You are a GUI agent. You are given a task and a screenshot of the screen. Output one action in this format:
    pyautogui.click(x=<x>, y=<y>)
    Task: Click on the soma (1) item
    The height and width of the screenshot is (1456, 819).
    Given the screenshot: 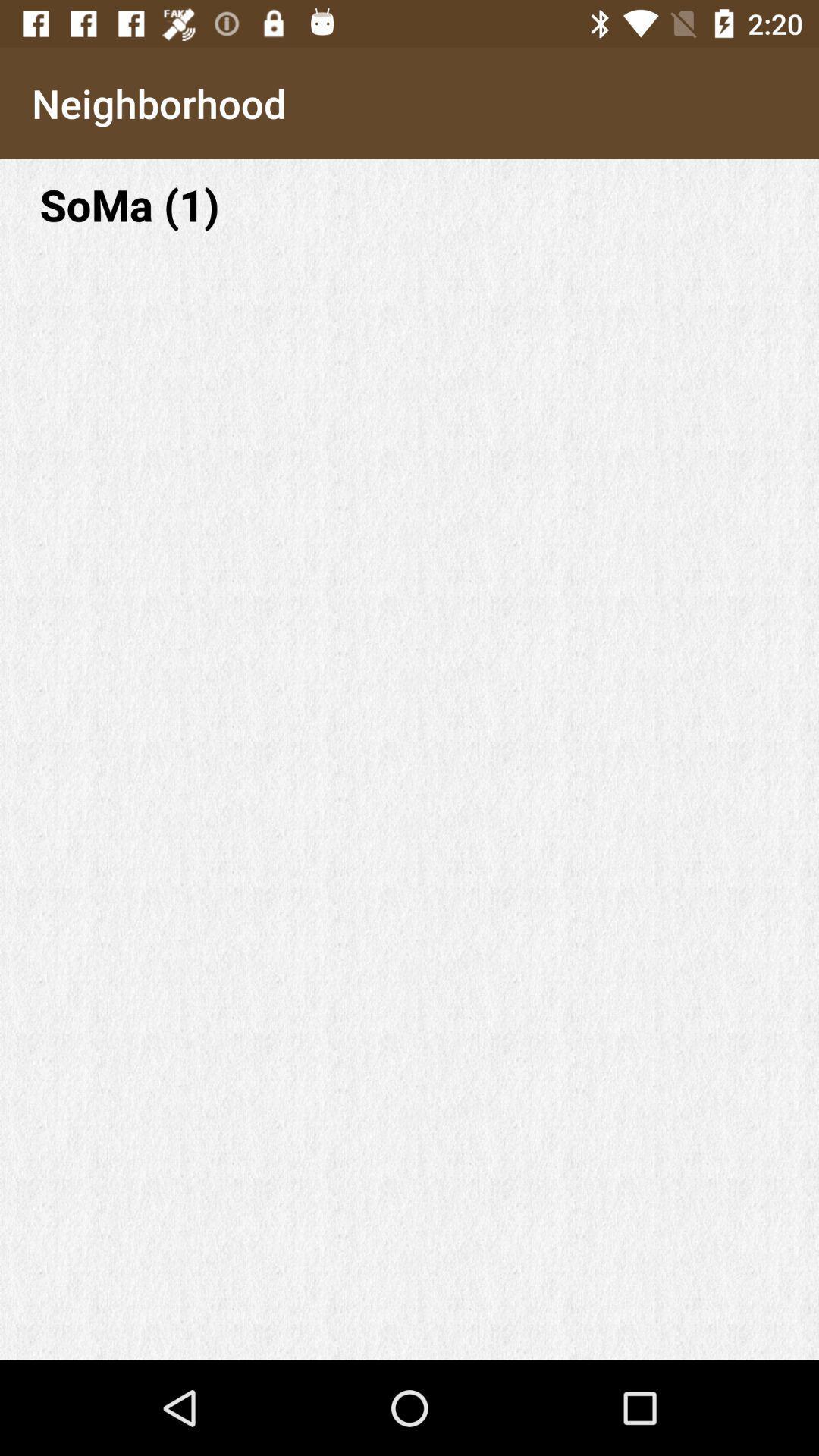 What is the action you would take?
    pyautogui.click(x=409, y=203)
    